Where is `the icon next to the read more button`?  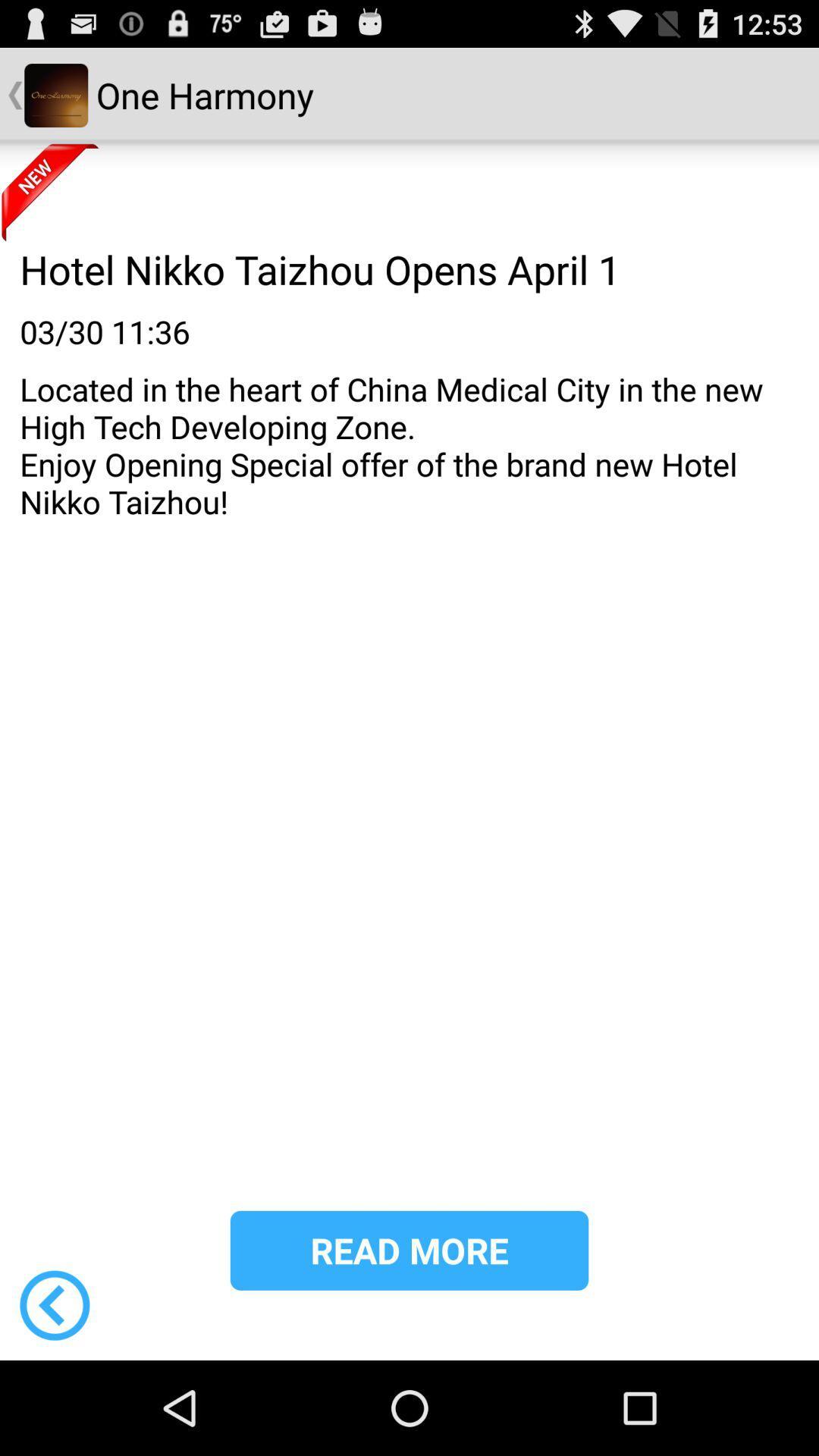 the icon next to the read more button is located at coordinates (54, 1304).